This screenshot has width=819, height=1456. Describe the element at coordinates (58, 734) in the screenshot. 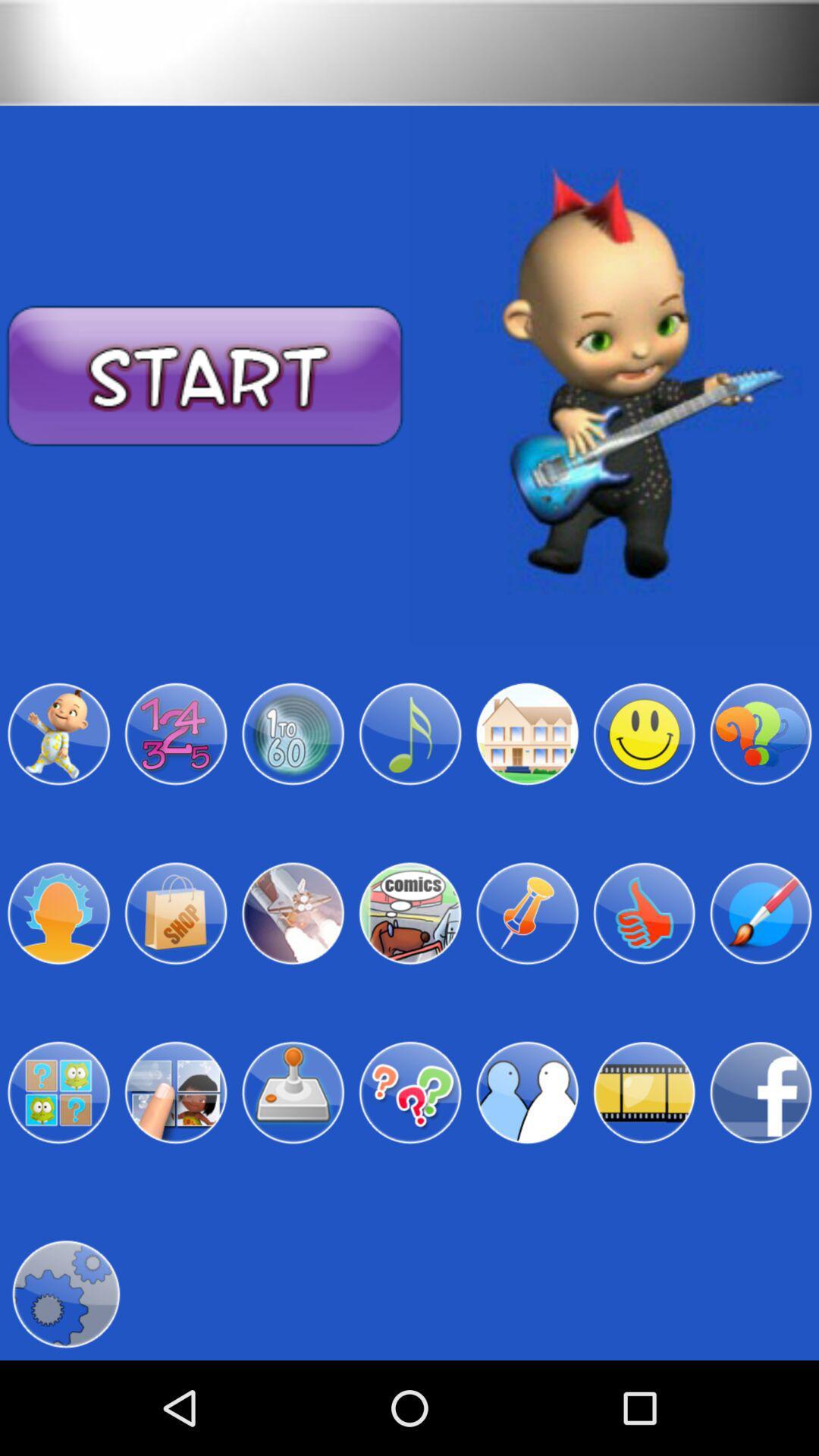

I see `the baby` at that location.